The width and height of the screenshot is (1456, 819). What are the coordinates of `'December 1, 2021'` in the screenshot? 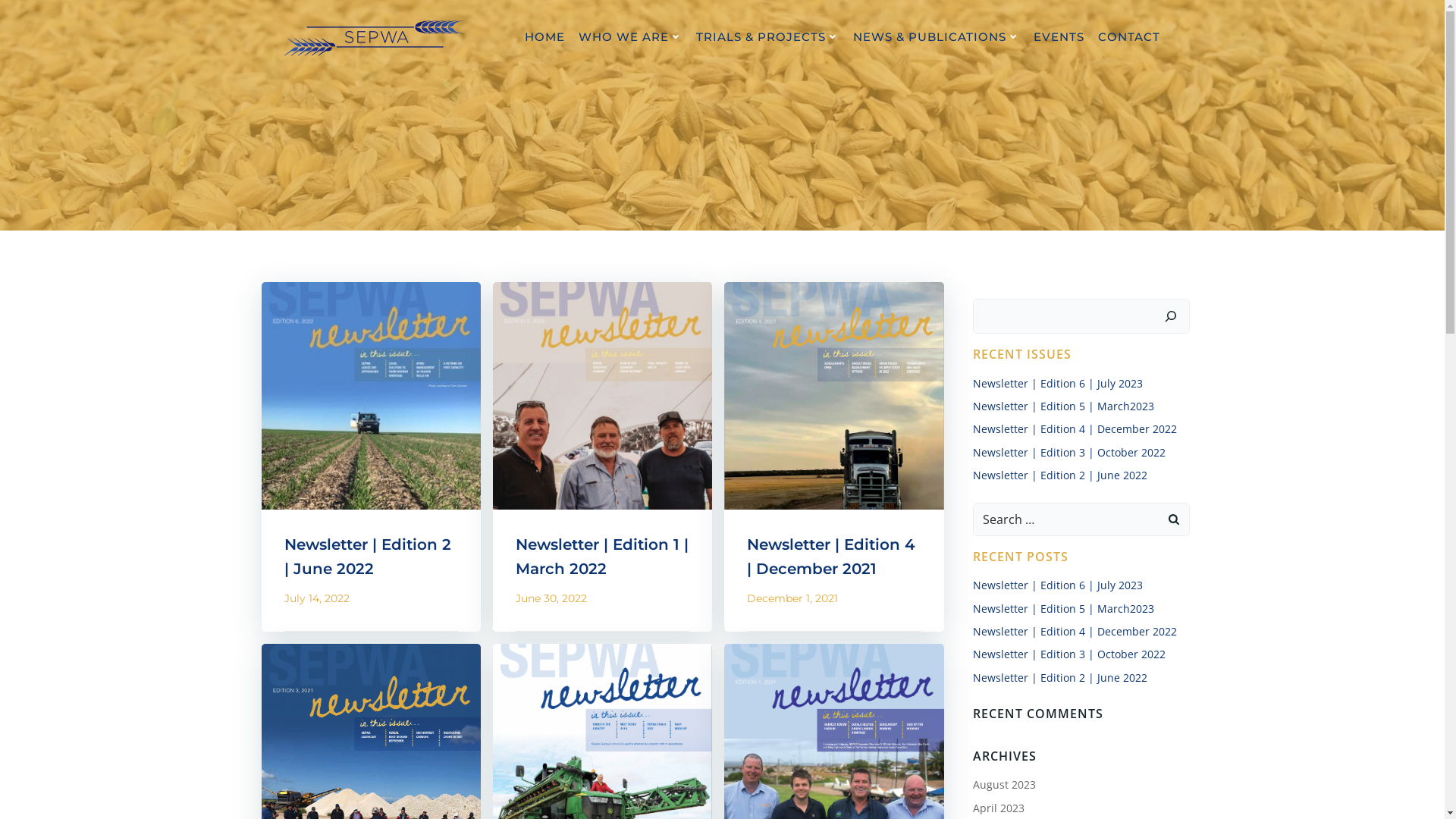 It's located at (792, 598).